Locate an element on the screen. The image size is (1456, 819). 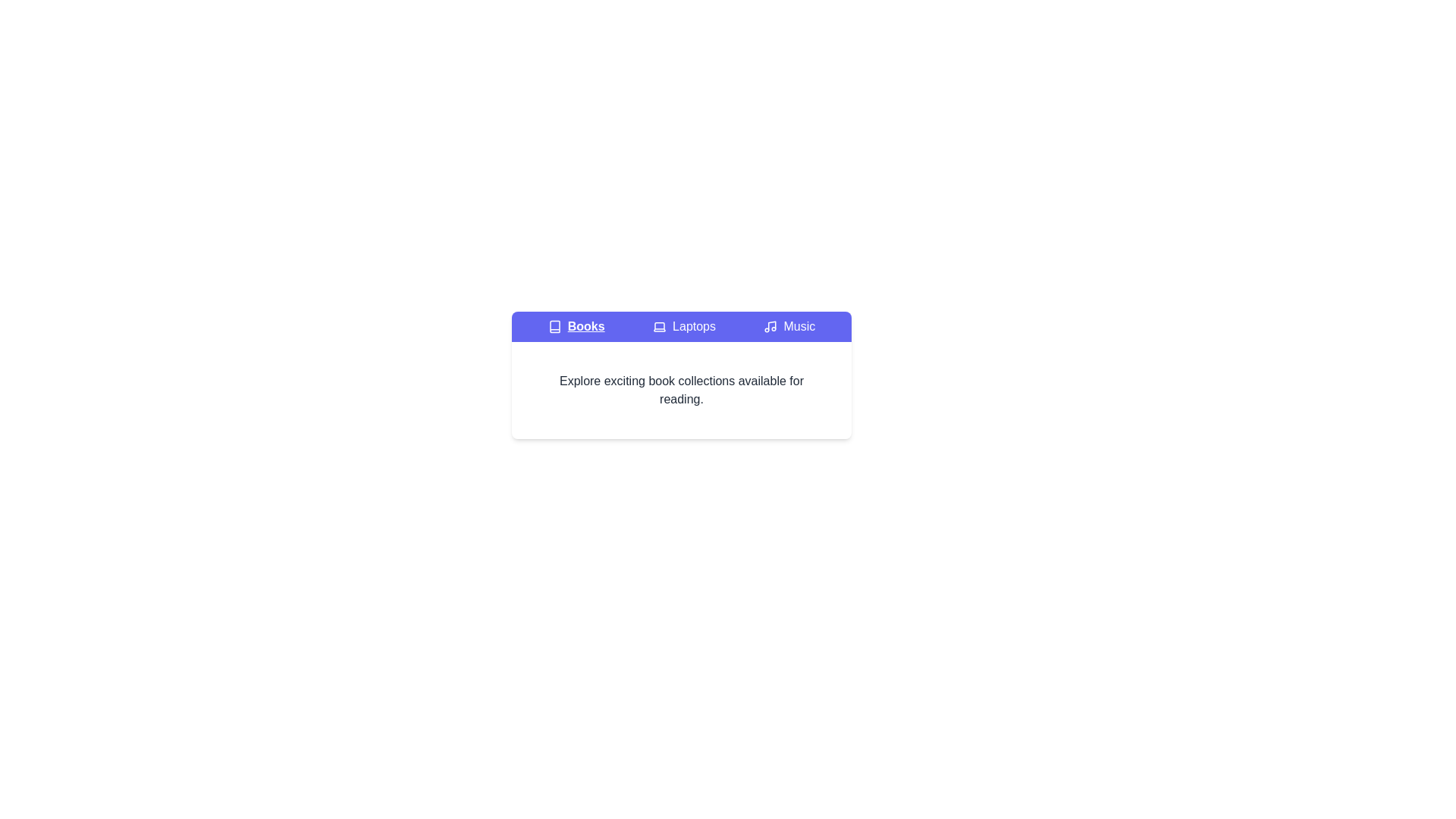
the Books tab is located at coordinates (576, 326).